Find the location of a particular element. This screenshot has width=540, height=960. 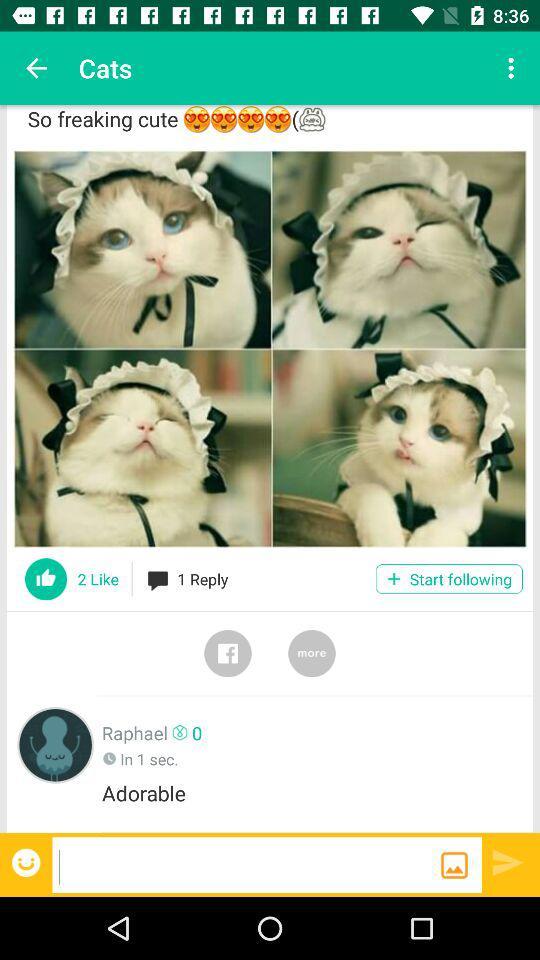

like is located at coordinates (46, 579).